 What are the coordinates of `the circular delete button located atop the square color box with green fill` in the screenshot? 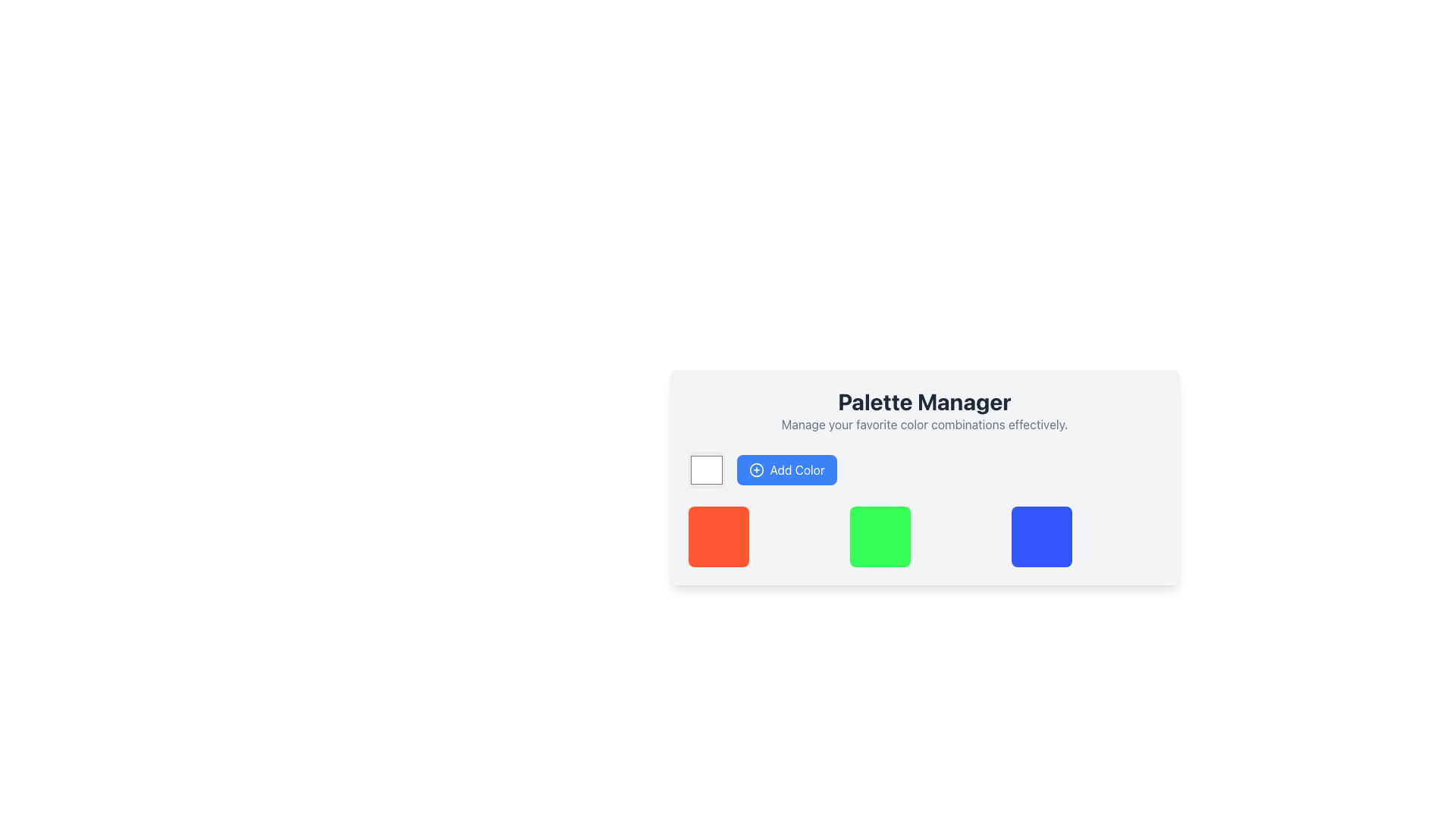 It's located at (986, 519).